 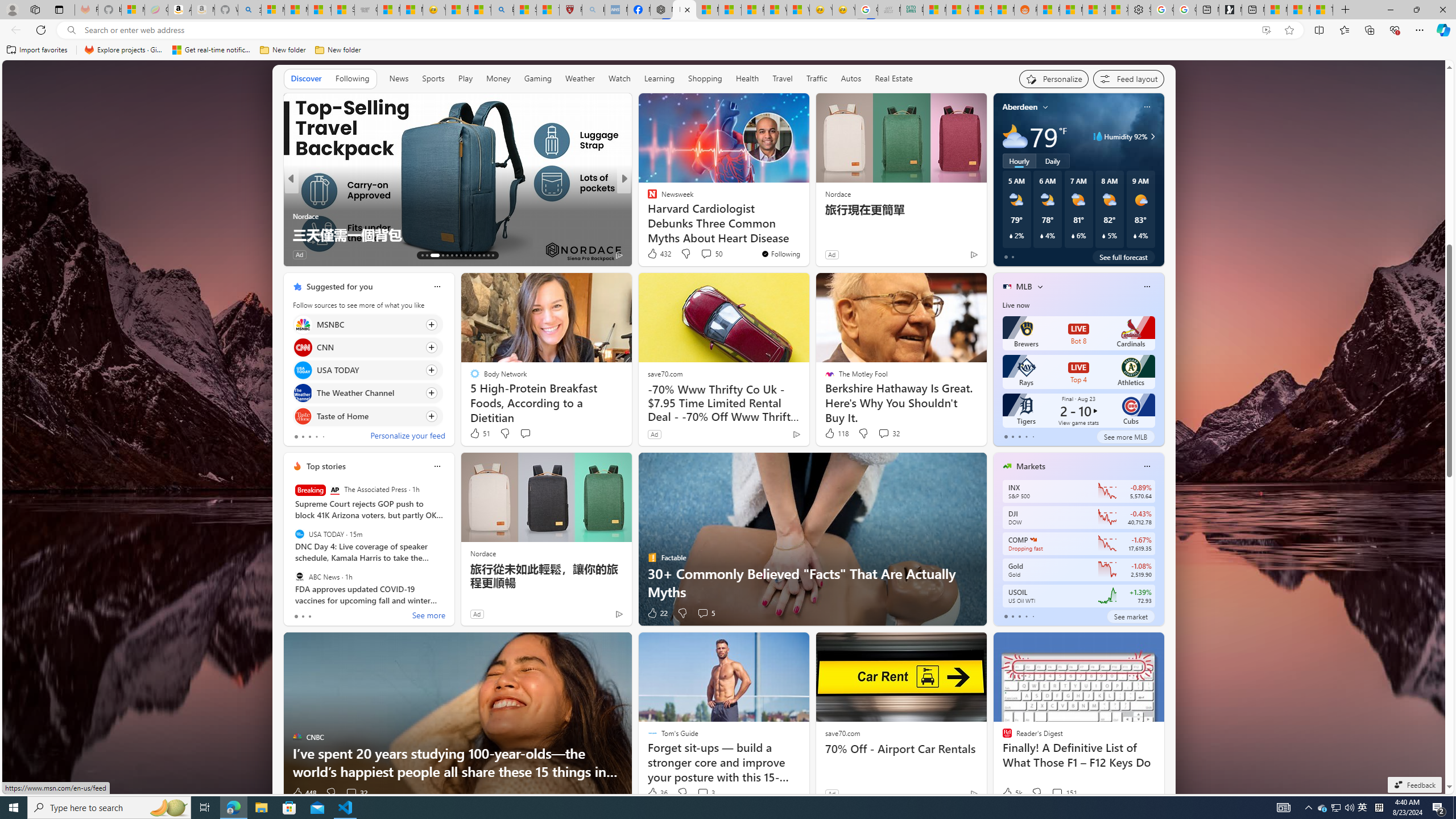 What do you see at coordinates (707, 254) in the screenshot?
I see `'View comments 14 Comment'` at bounding box center [707, 254].